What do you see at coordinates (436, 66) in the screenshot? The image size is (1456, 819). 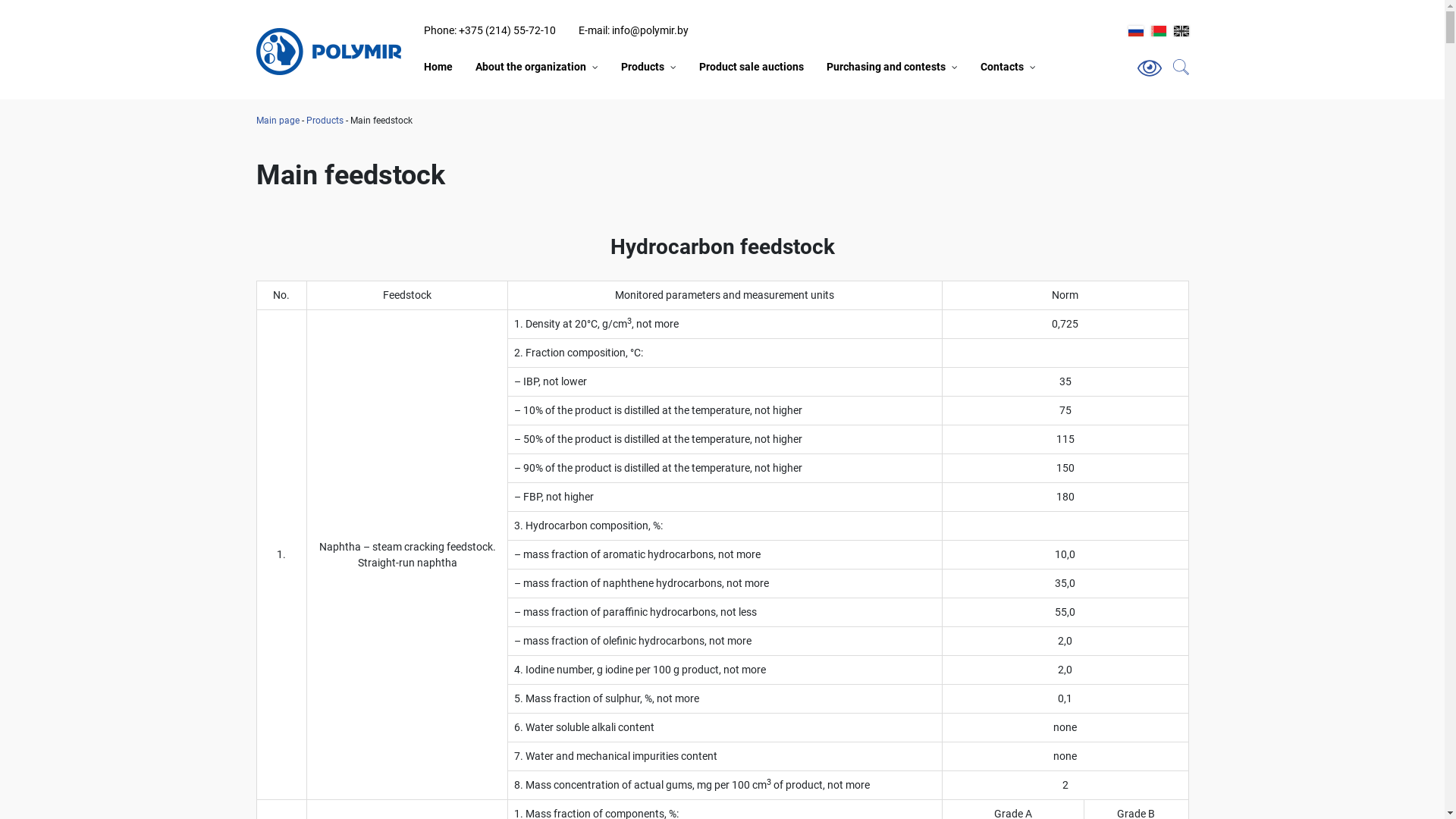 I see `'Home'` at bounding box center [436, 66].